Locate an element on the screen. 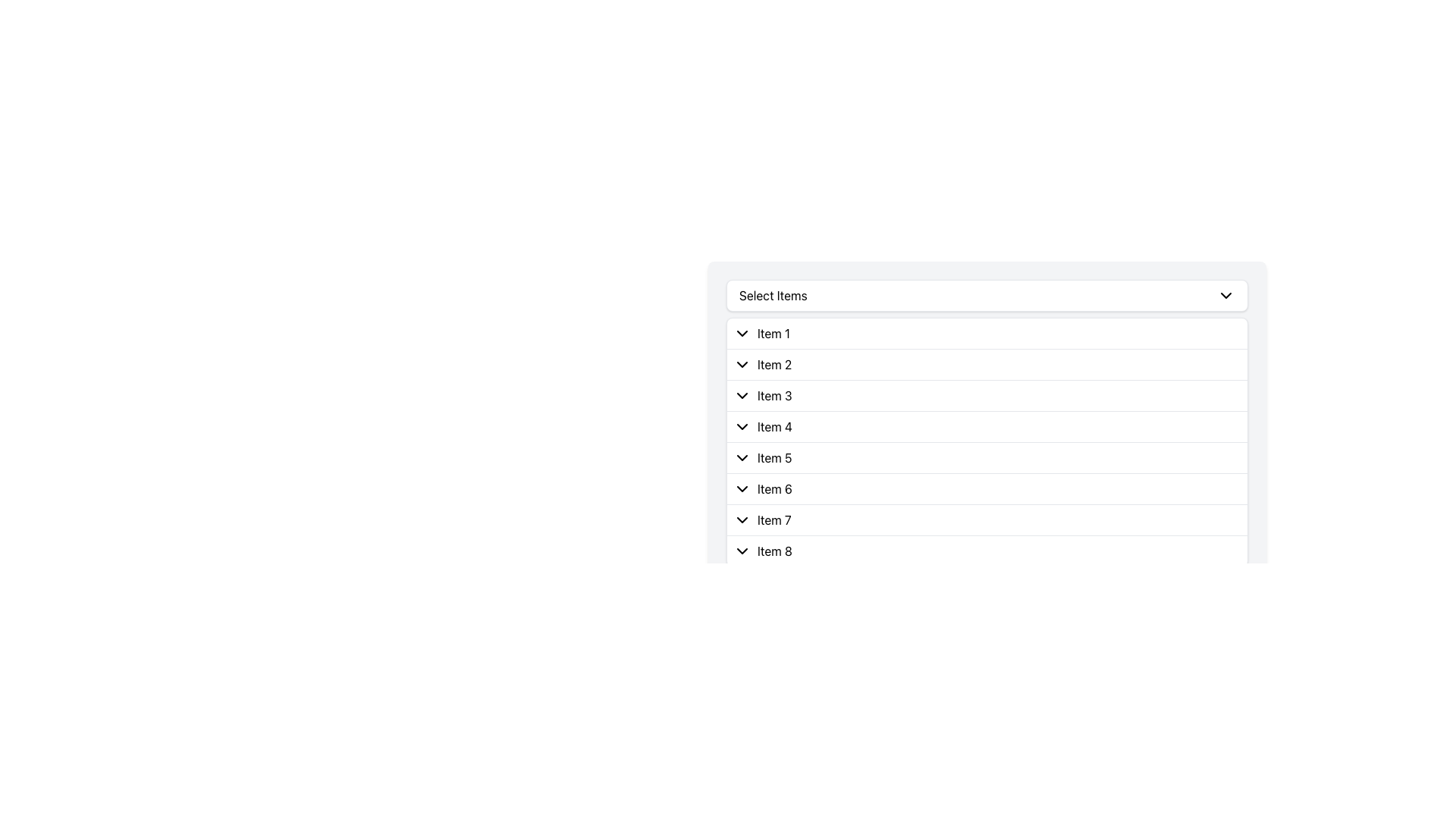  the fifth item in the vertically stacked list, which is positioned below 'Item 4' and above 'Item 6' is located at coordinates (987, 456).